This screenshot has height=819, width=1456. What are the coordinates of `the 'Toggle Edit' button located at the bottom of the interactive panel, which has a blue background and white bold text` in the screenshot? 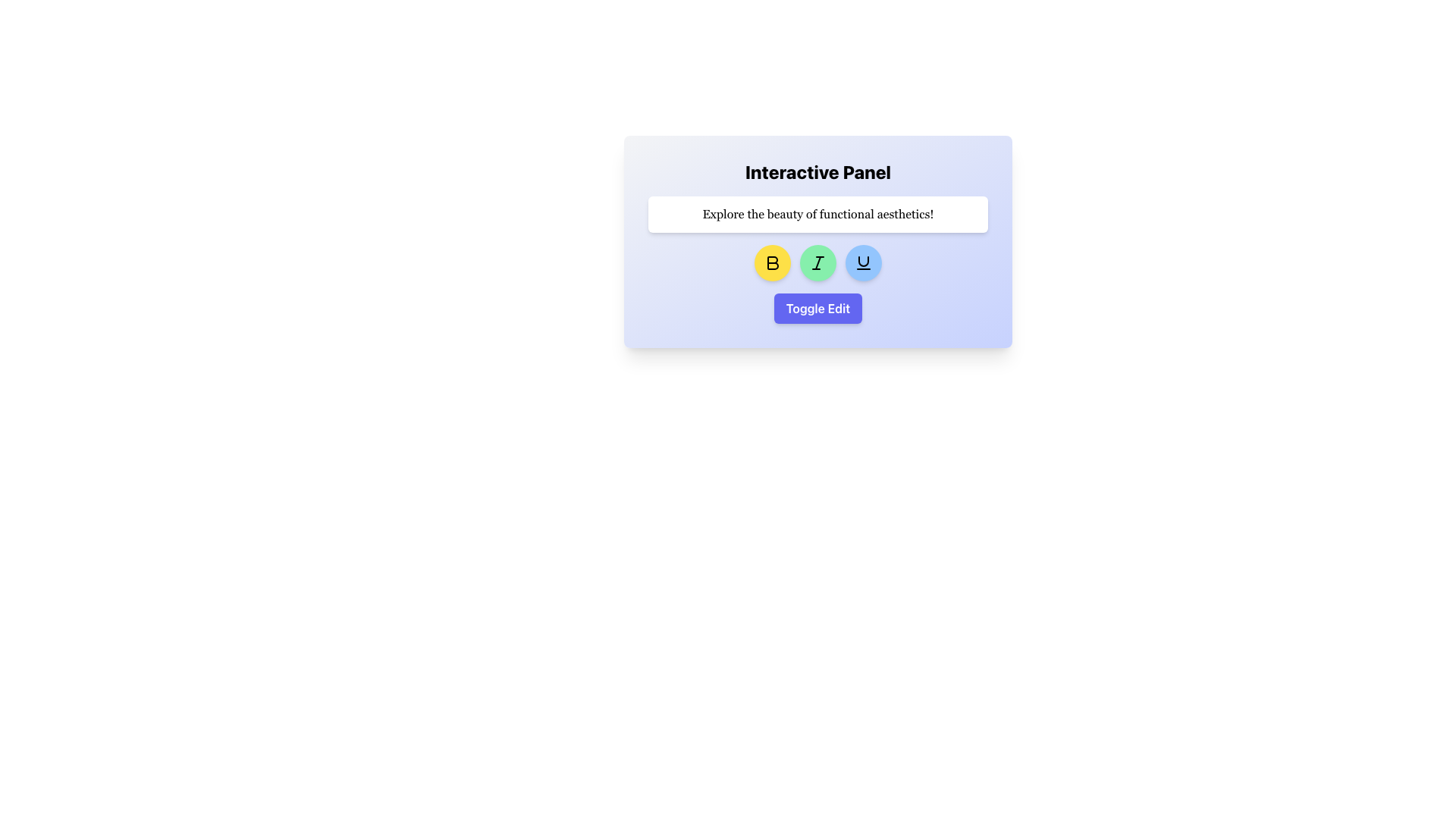 It's located at (817, 308).